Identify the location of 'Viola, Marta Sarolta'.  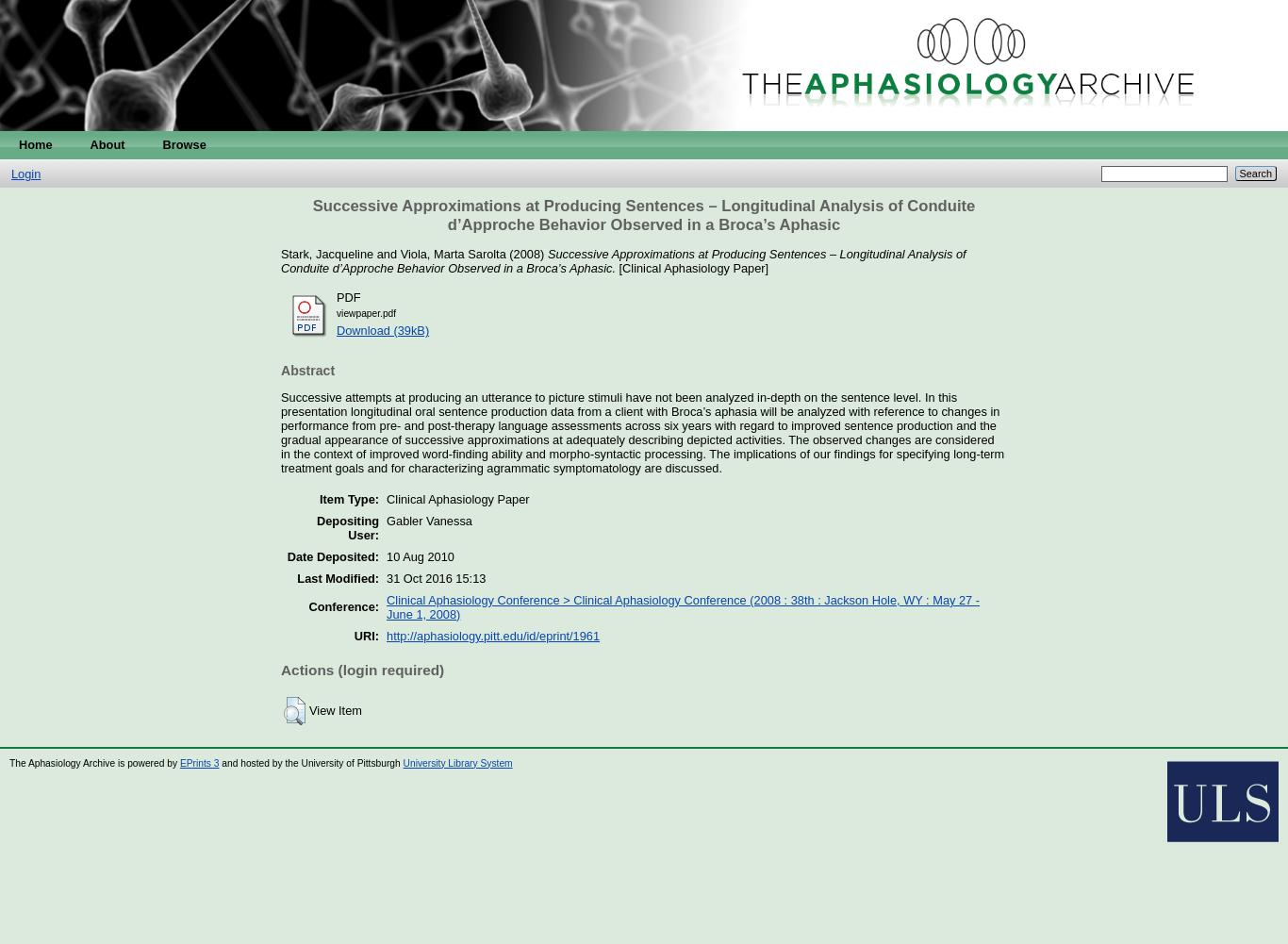
(453, 253).